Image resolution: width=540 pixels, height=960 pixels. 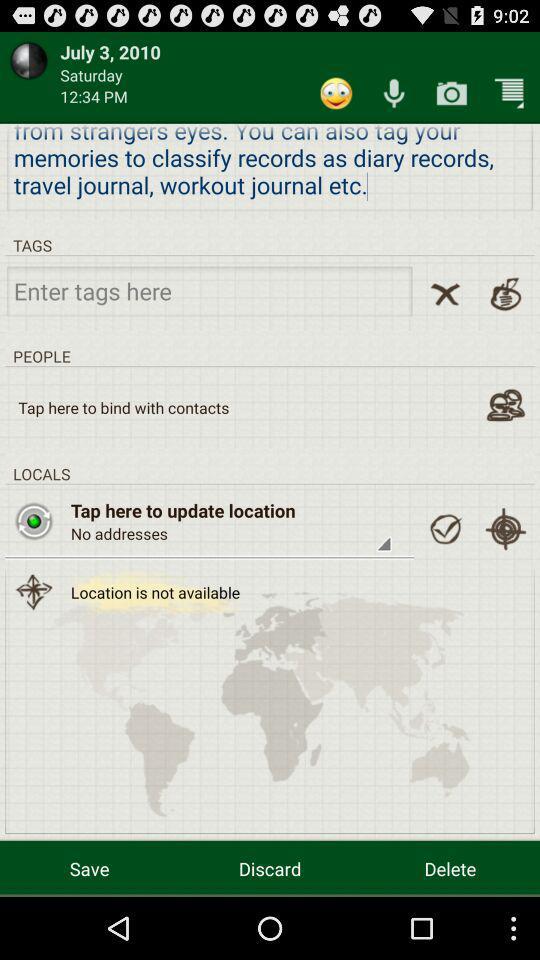 What do you see at coordinates (451, 93) in the screenshot?
I see `camera` at bounding box center [451, 93].